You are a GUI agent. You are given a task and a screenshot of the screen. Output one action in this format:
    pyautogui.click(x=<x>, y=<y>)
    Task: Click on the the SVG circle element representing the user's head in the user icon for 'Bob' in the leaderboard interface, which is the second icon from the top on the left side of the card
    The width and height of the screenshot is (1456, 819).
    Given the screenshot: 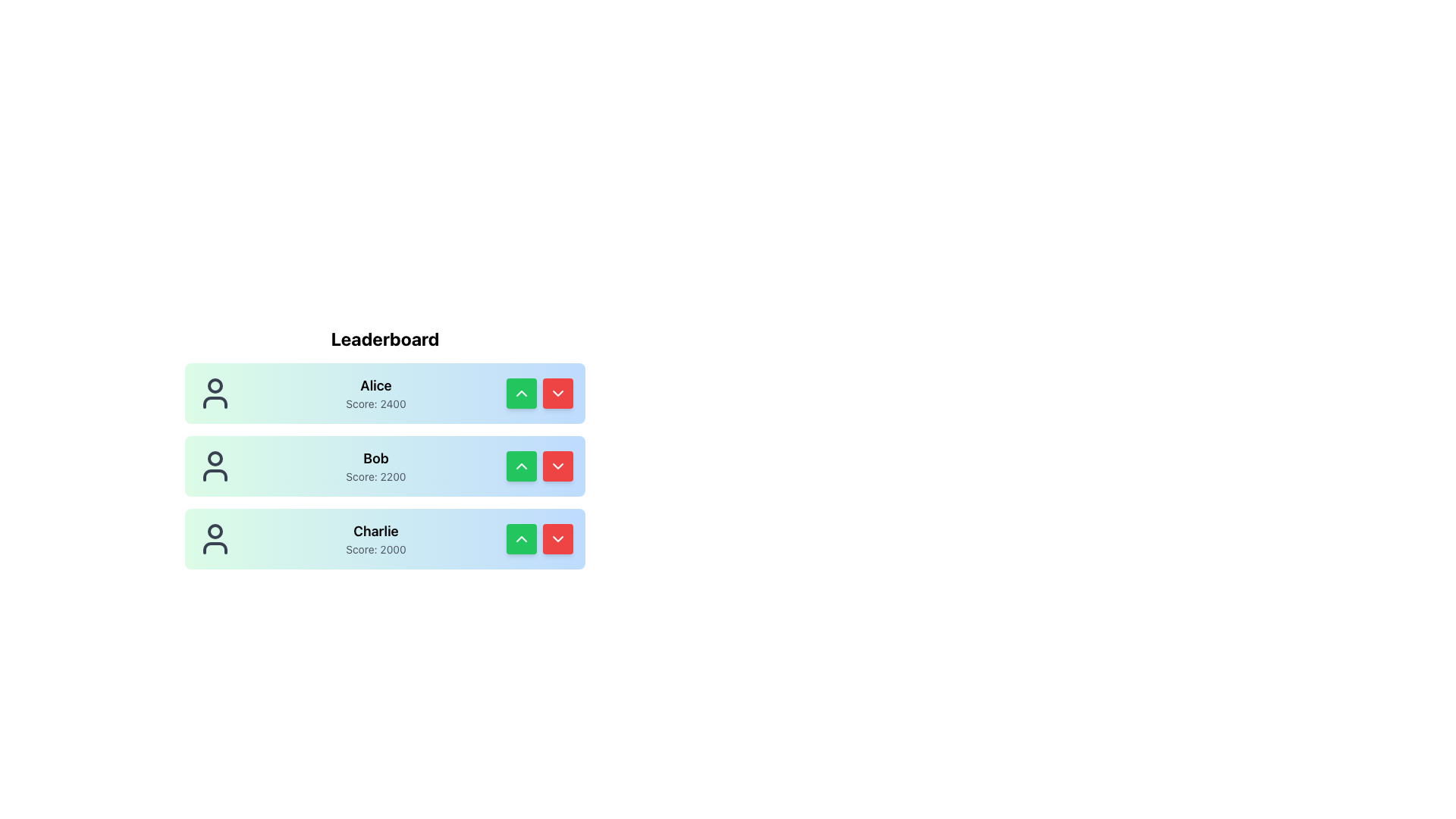 What is the action you would take?
    pyautogui.click(x=214, y=458)
    